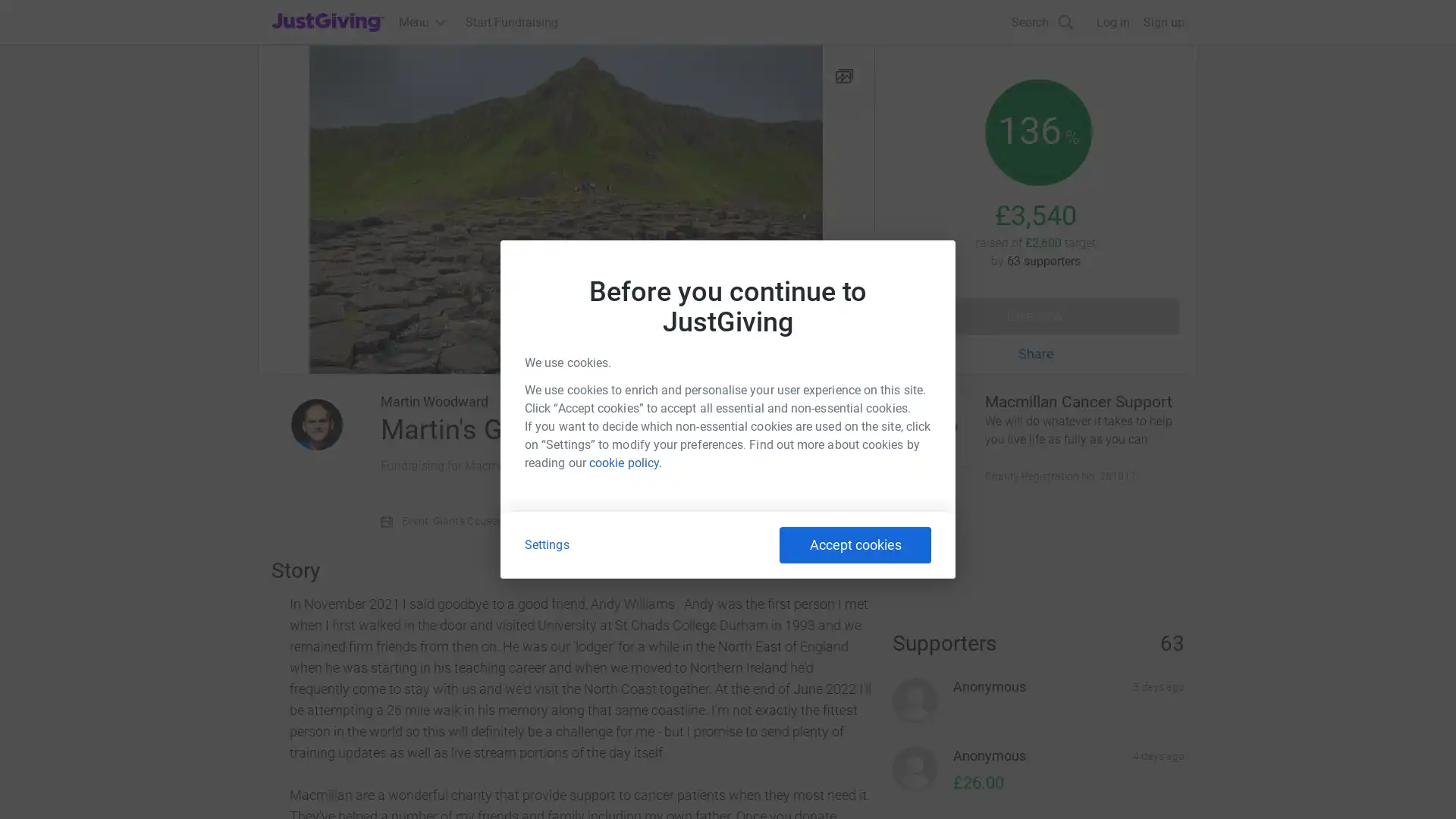  I want to click on Share, so click(1035, 353).